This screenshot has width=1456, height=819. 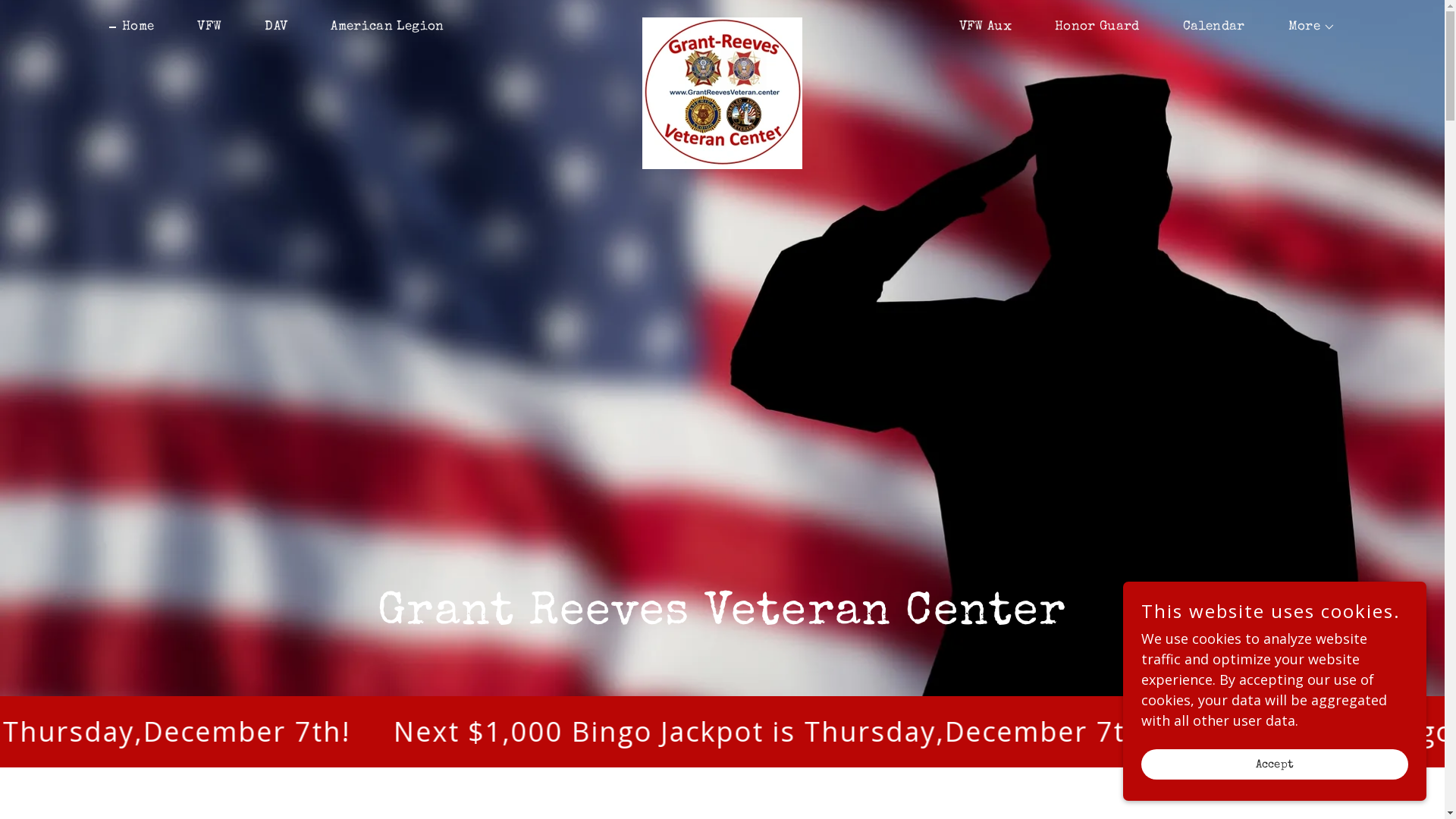 What do you see at coordinates (269, 27) in the screenshot?
I see `'DAV'` at bounding box center [269, 27].